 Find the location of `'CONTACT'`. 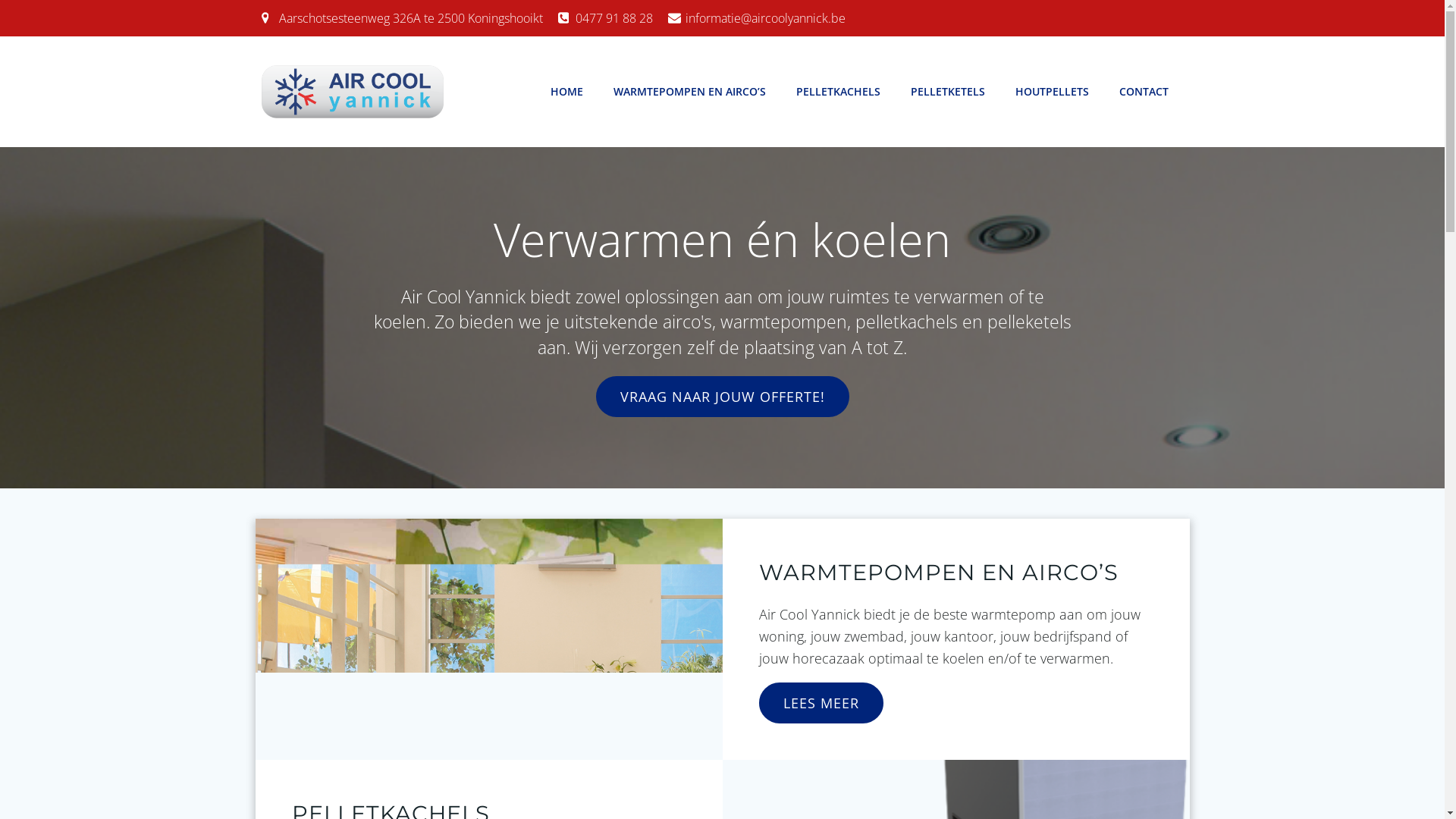

'CONTACT' is located at coordinates (1144, 91).